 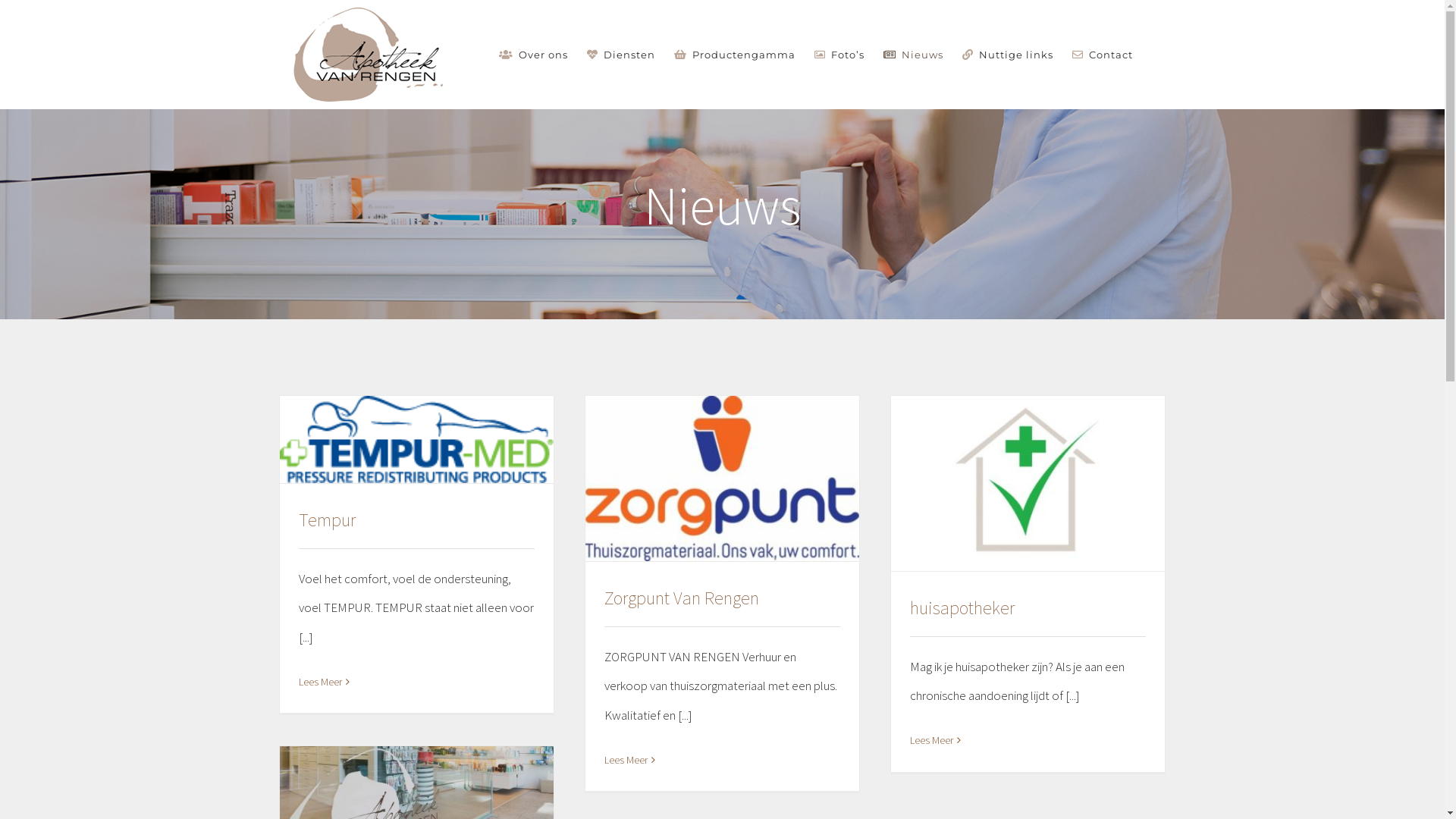 What do you see at coordinates (625, 760) in the screenshot?
I see `'Lees Meer'` at bounding box center [625, 760].